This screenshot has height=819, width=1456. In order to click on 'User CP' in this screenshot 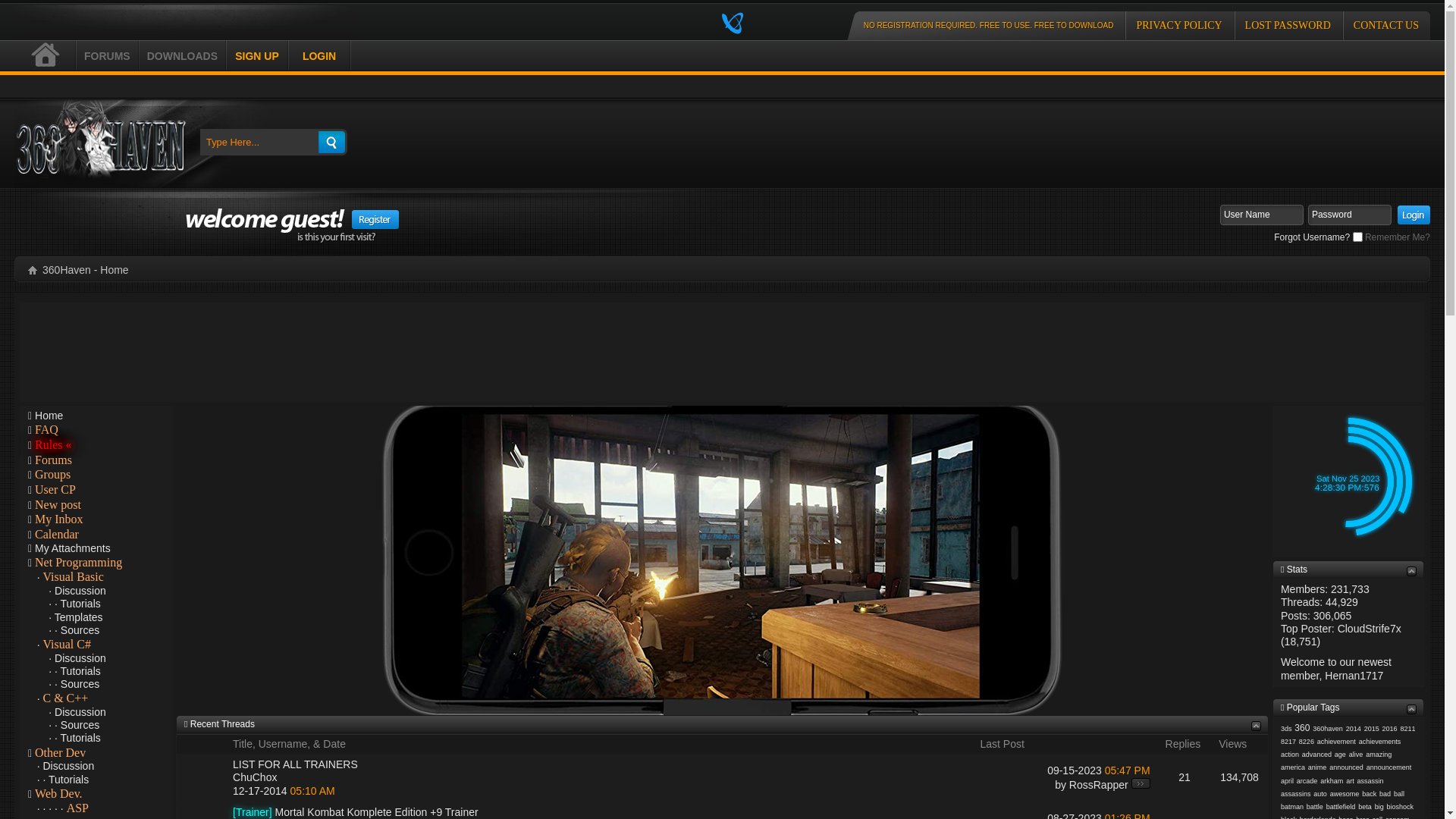, I will do `click(55, 489)`.